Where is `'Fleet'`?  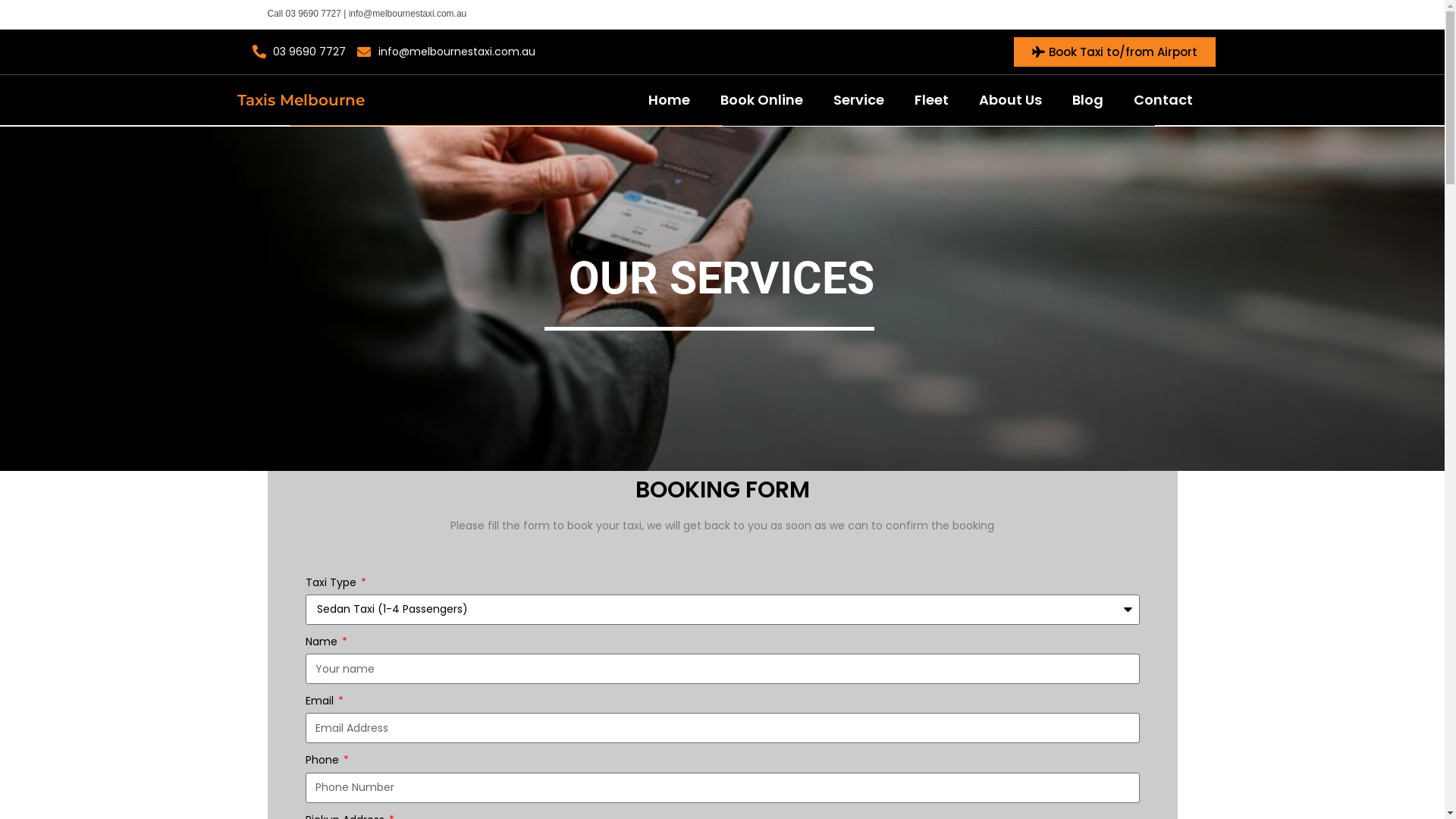 'Fleet' is located at coordinates (930, 99).